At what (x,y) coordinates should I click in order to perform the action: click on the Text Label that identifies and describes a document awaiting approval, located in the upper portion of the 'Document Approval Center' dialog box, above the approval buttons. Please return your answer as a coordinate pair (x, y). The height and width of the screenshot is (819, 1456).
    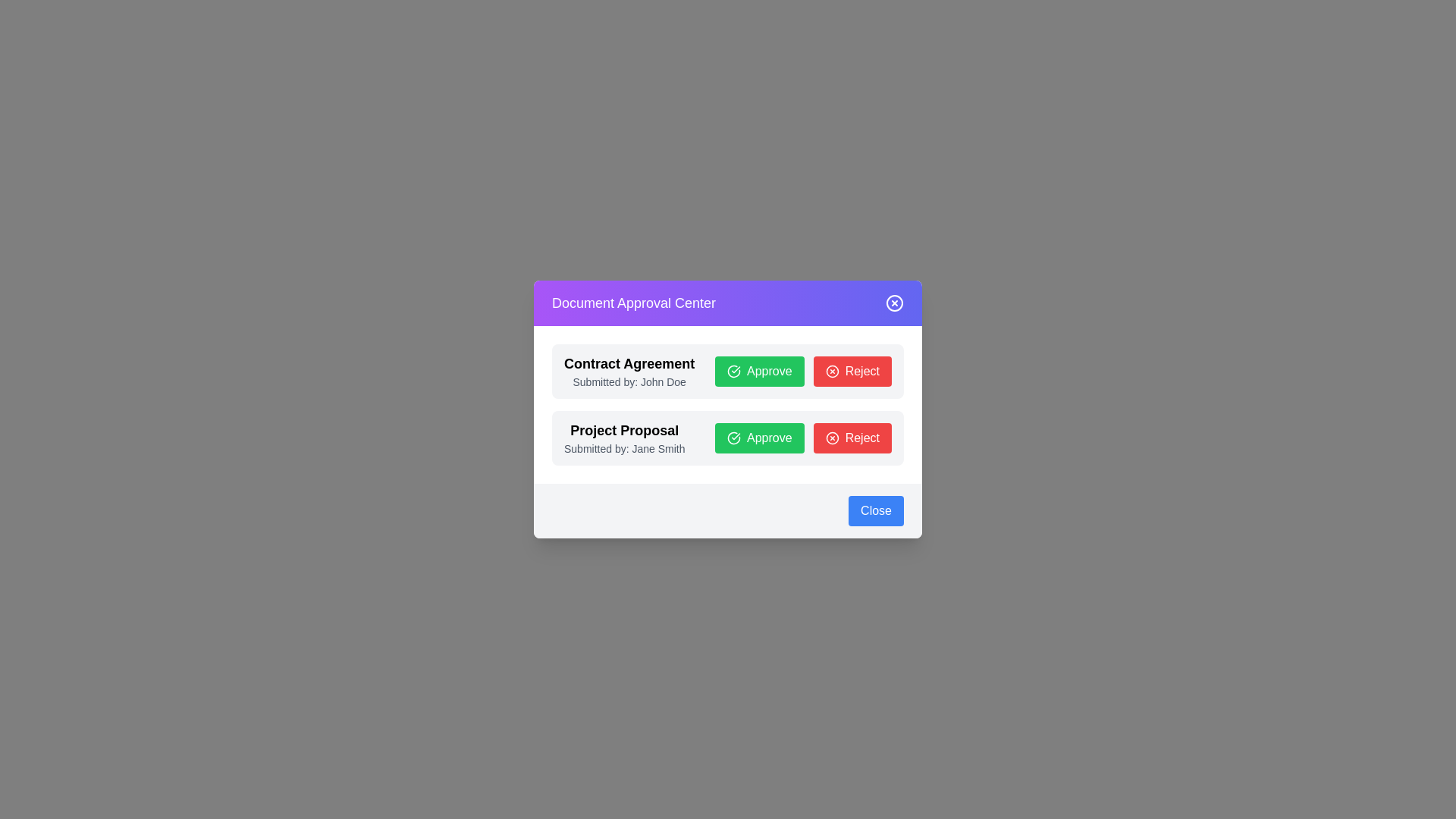
    Looking at the image, I should click on (629, 371).